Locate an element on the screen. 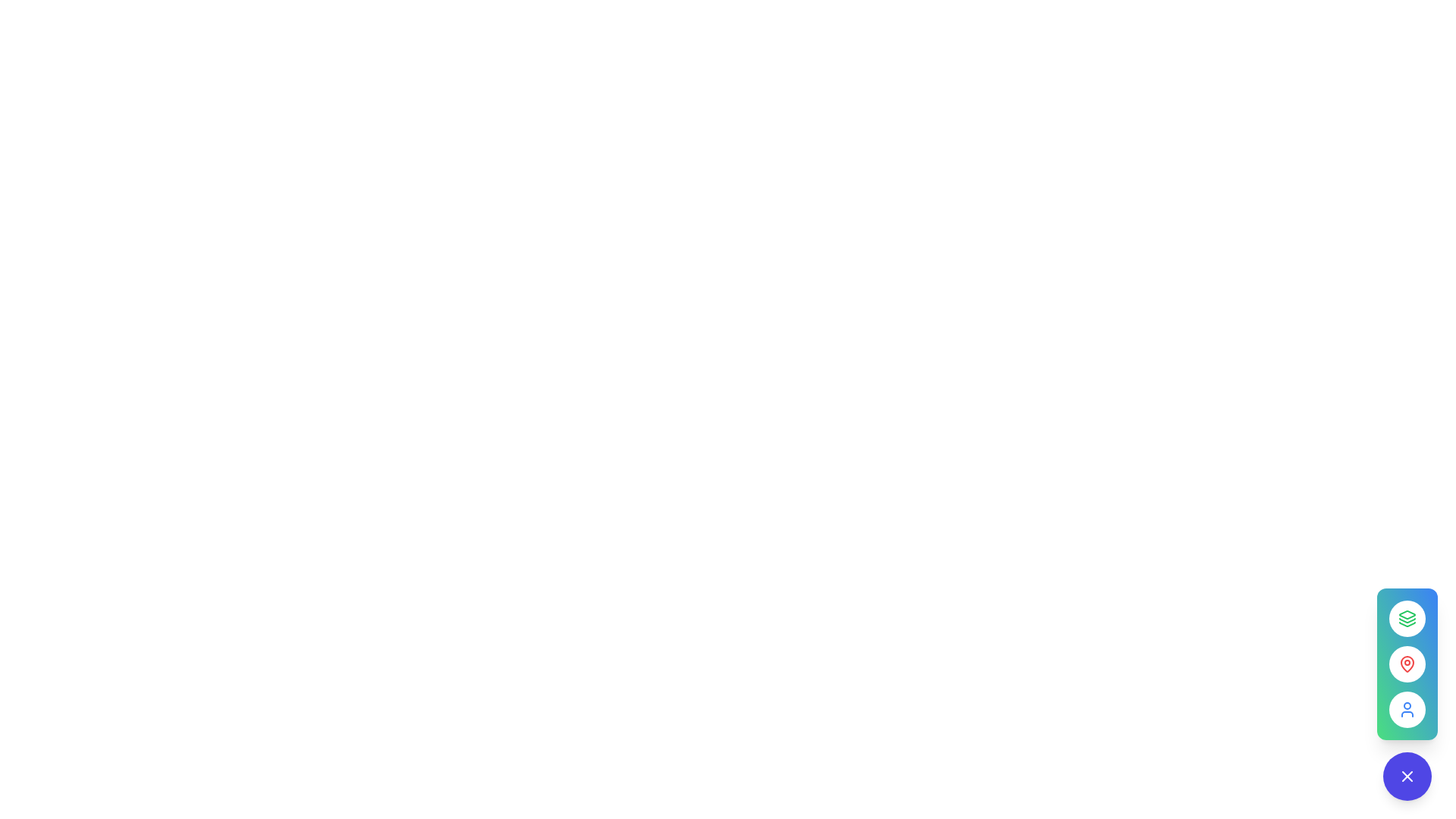  the circular purple close icon button located at the bottom-right corner of the interface is located at coordinates (1407, 776).